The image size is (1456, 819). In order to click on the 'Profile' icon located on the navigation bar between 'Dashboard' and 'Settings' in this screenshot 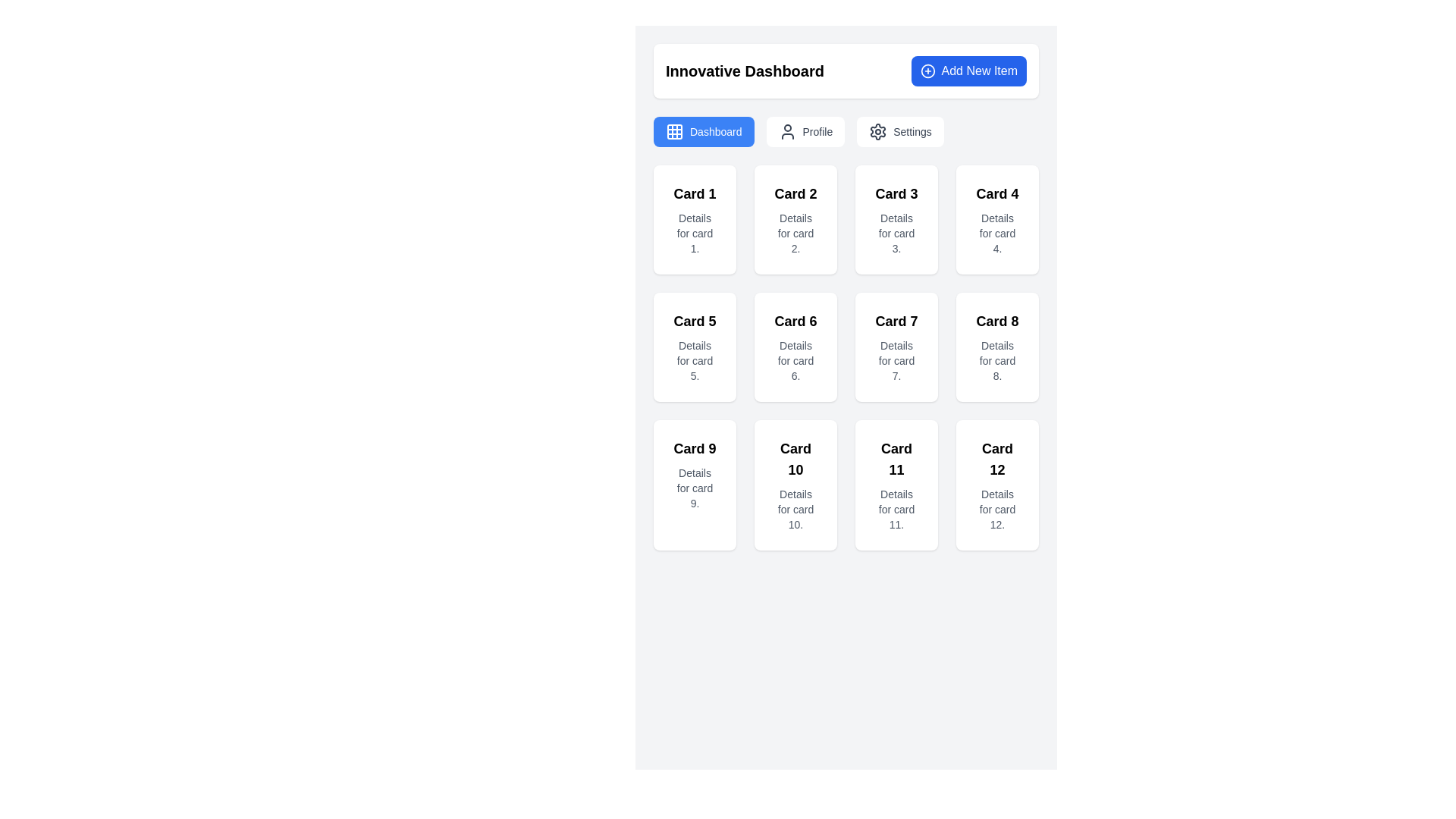, I will do `click(787, 130)`.